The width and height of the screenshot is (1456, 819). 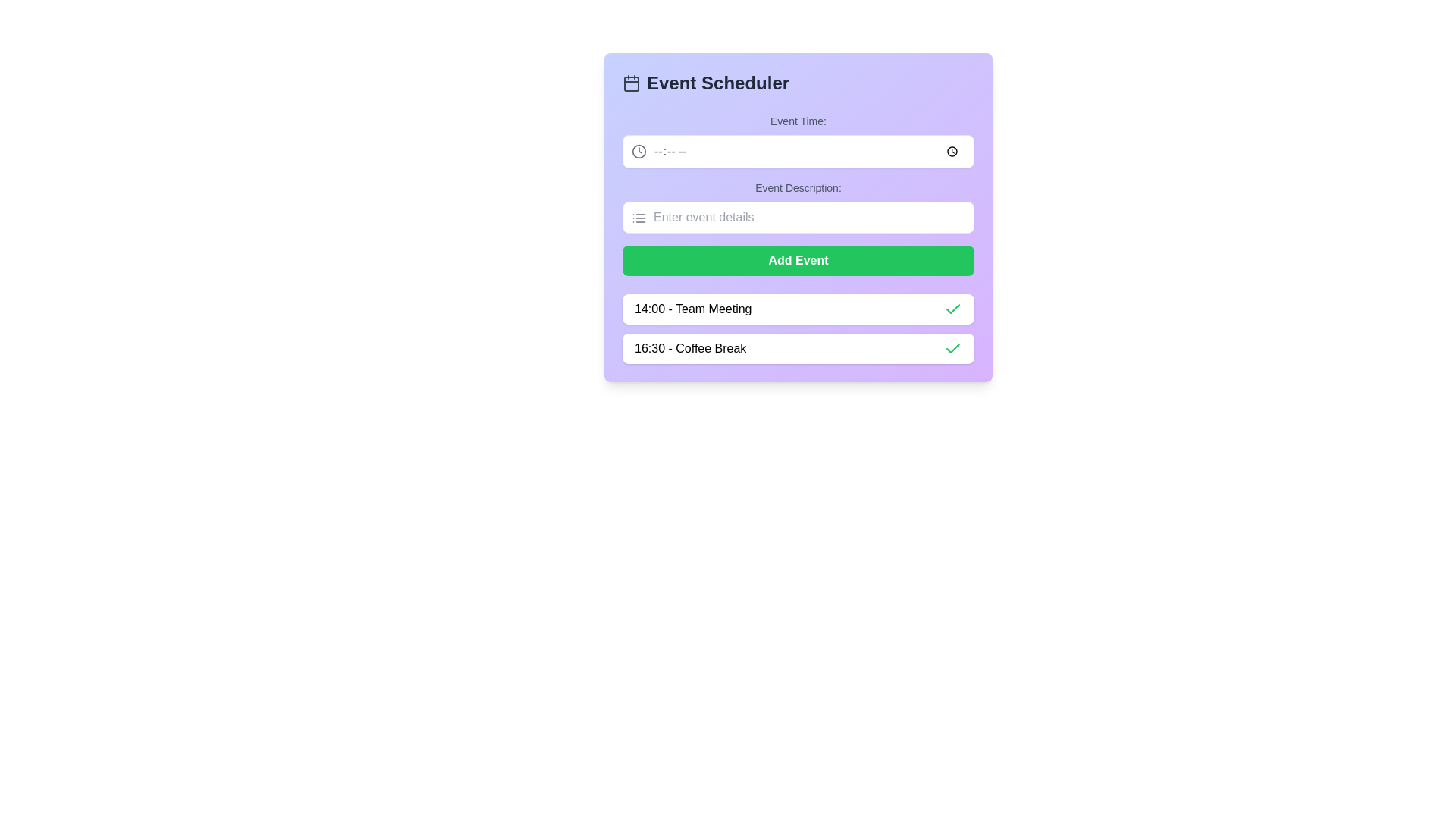 I want to click on the completion status icon located at the far right side of the '16:30 - Coffee Break' entry in the event list, so click(x=952, y=348).